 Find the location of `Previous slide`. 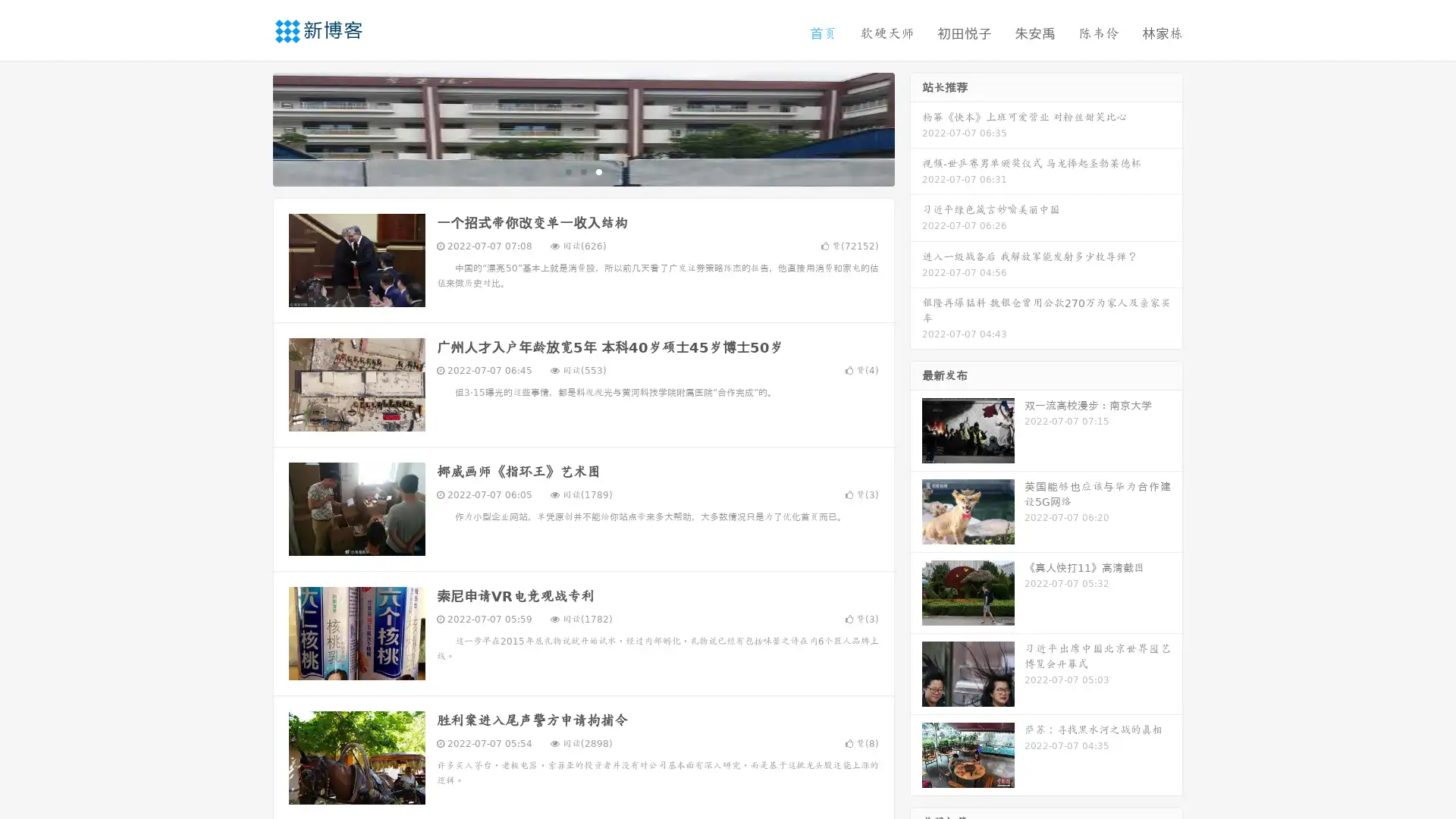

Previous slide is located at coordinates (250, 127).